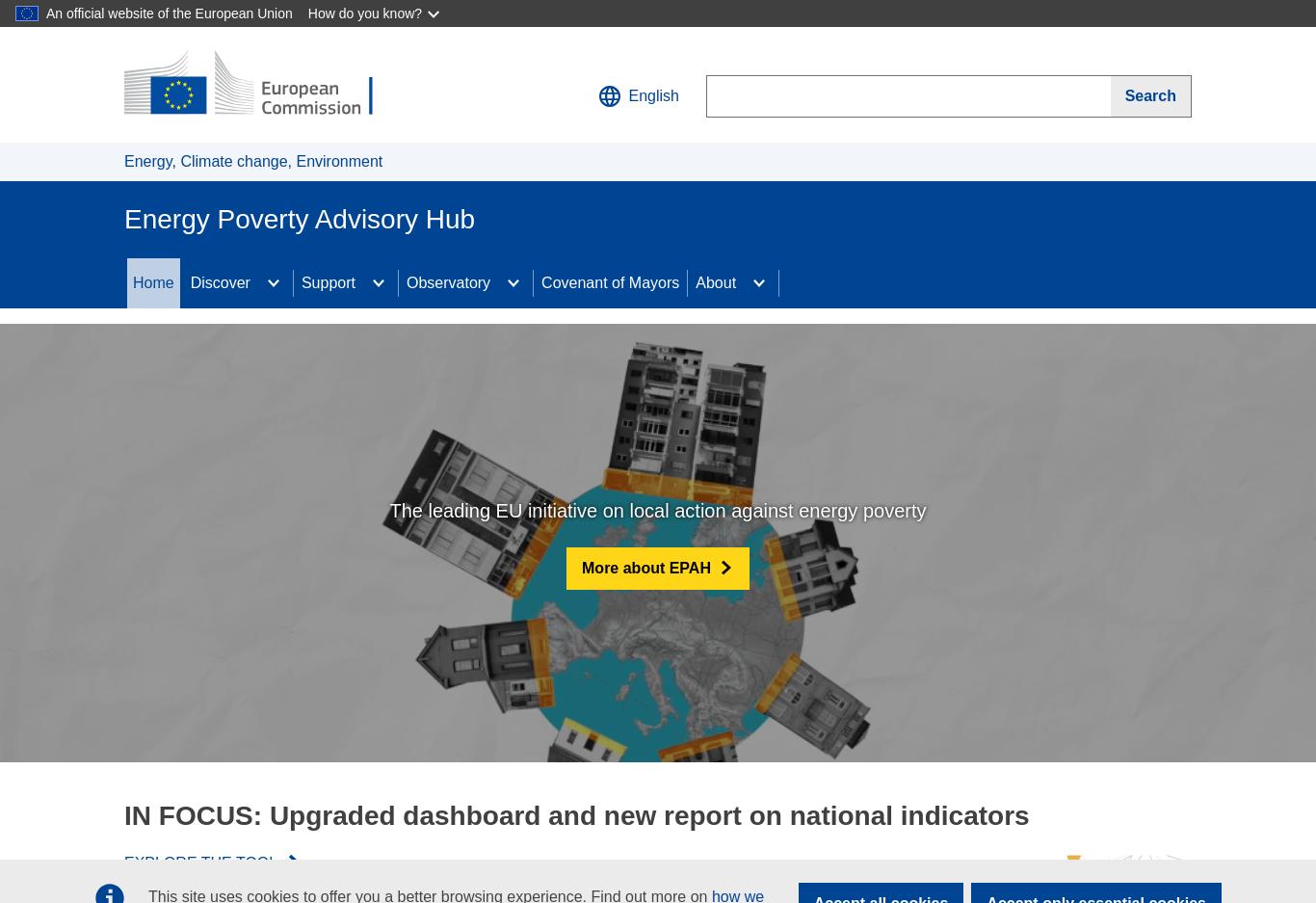 The image size is (1316, 903). I want to click on 'Helpdesk', so click(300, 456).